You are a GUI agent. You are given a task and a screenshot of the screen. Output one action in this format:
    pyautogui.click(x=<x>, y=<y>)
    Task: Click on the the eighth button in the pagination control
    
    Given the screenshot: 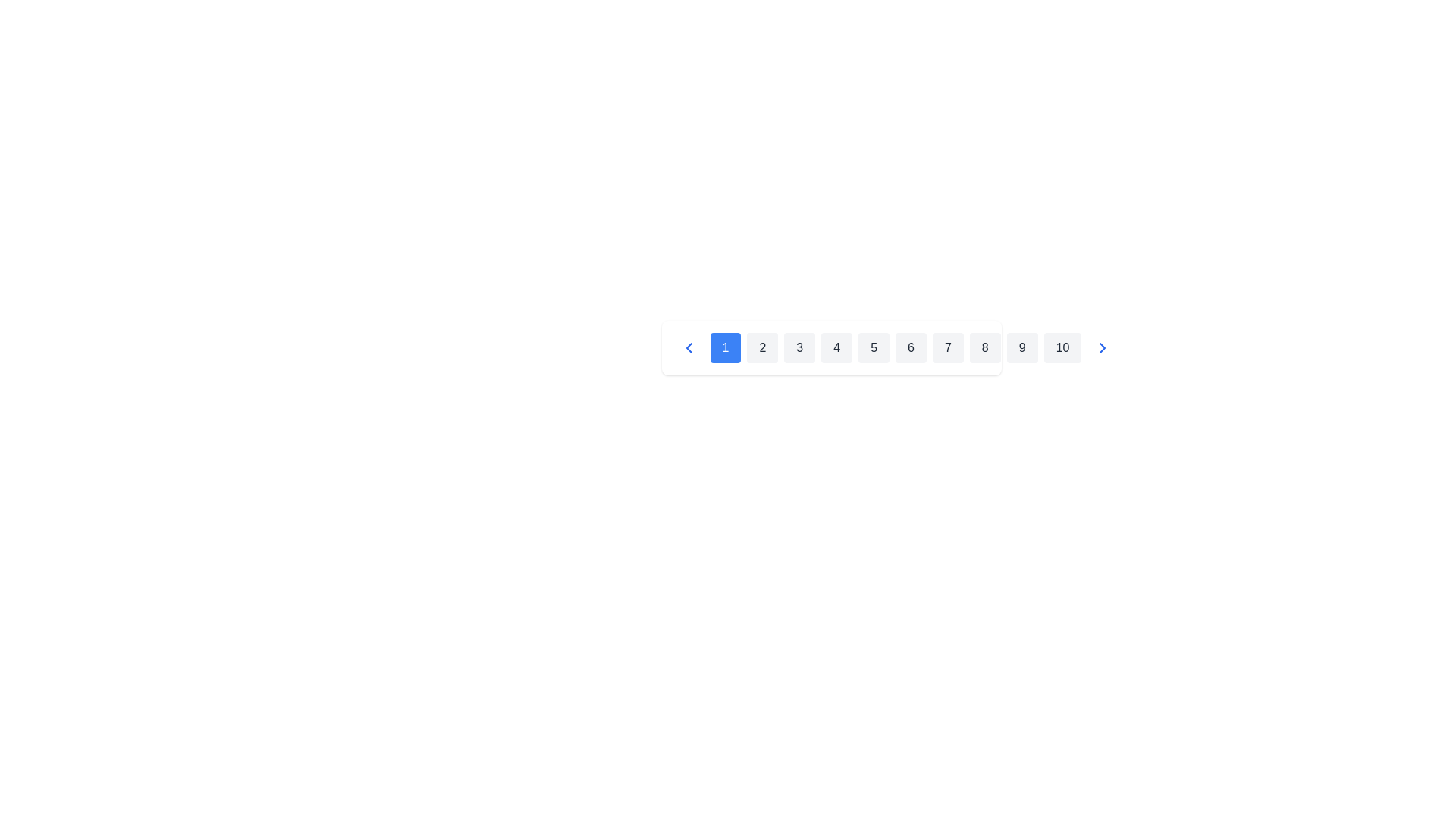 What is the action you would take?
    pyautogui.click(x=985, y=348)
    